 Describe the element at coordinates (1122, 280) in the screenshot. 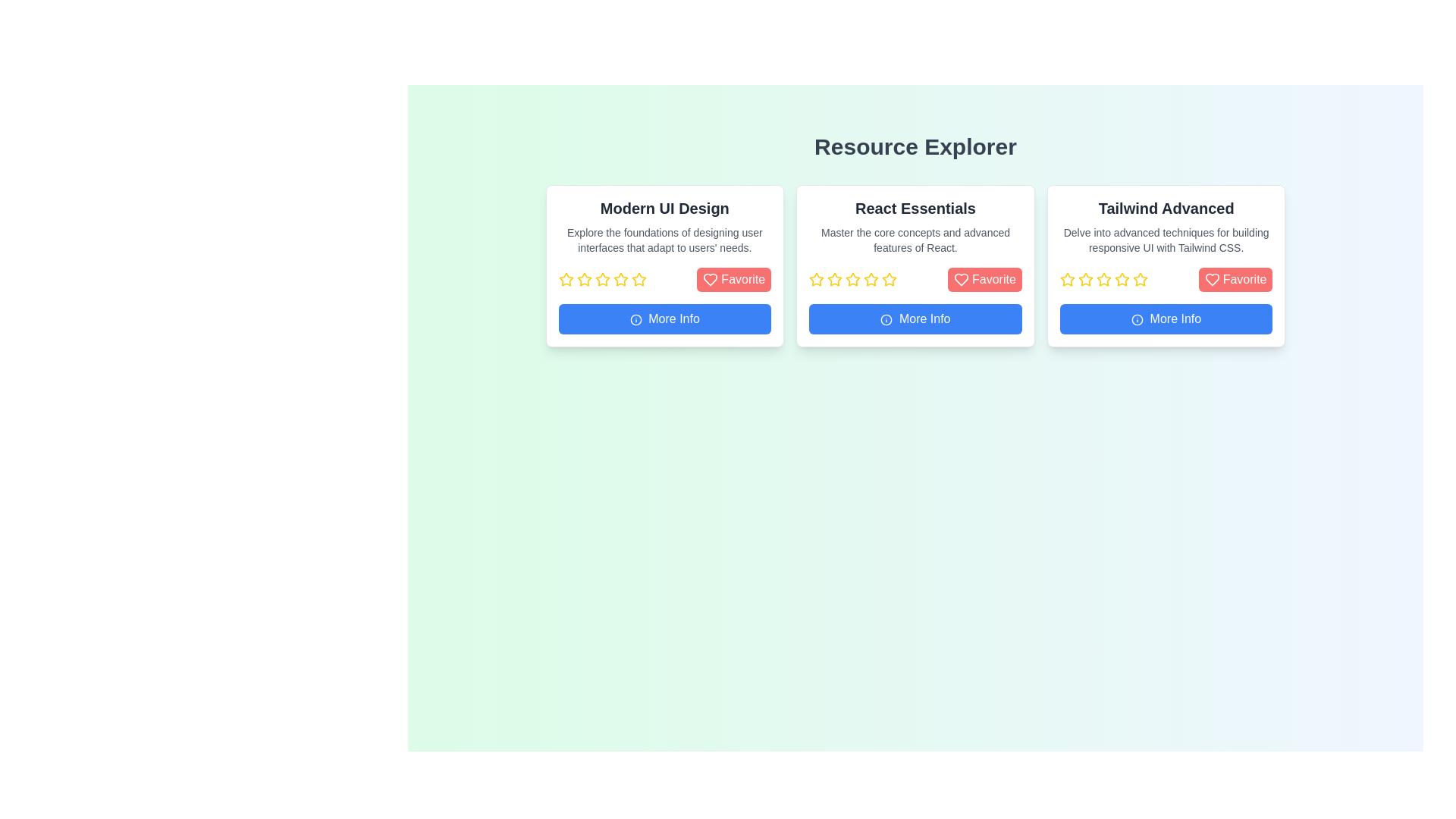

I see `the star icon, which is the fifth from the left in a horizontal row of six stars in the 'Tailwind Advanced' section, near the 'More Info' button` at that location.